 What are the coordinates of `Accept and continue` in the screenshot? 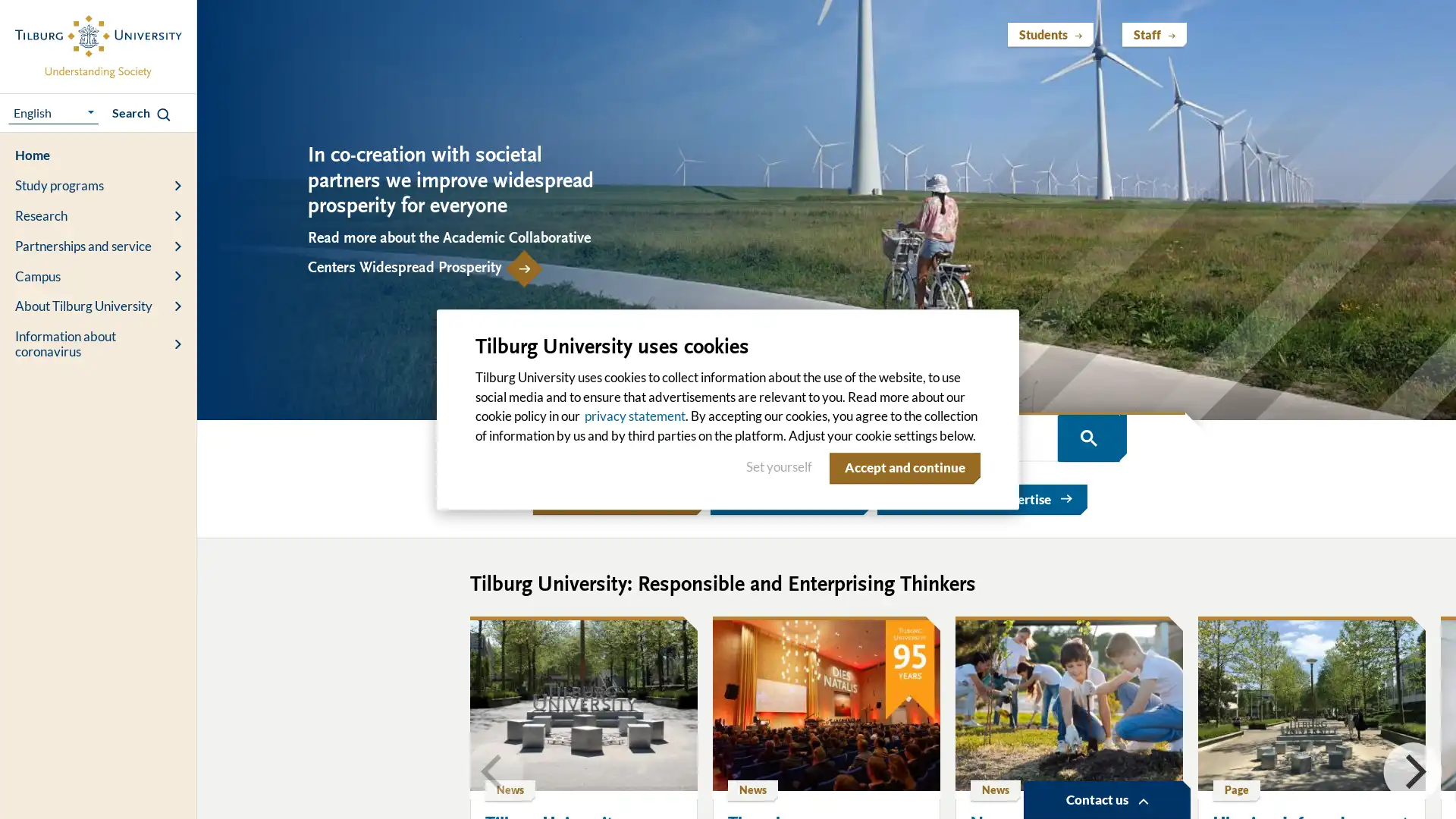 It's located at (902, 467).